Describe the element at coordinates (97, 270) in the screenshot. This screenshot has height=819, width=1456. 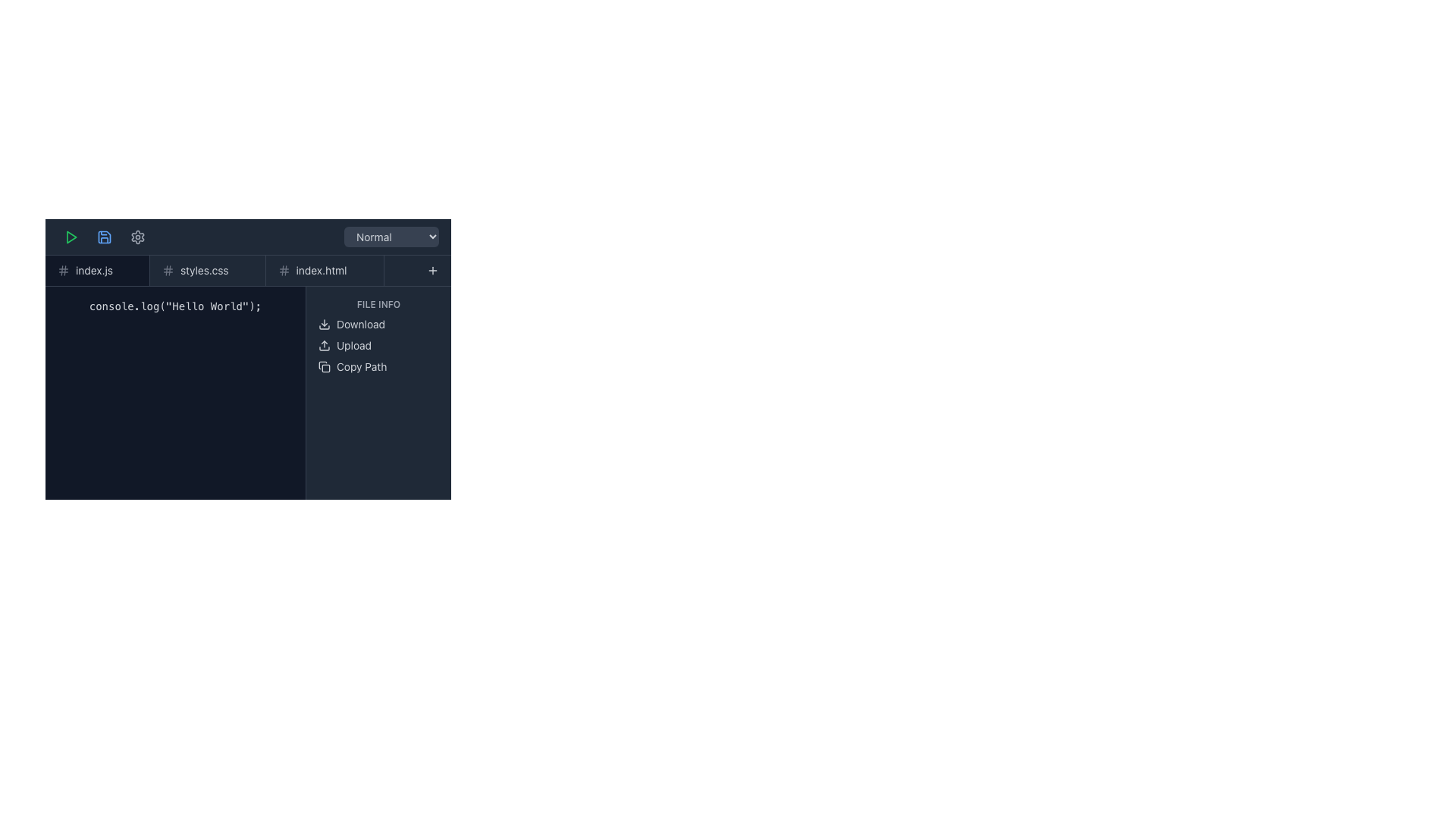
I see `the leftmost tab labeled 'index.js'` at that location.